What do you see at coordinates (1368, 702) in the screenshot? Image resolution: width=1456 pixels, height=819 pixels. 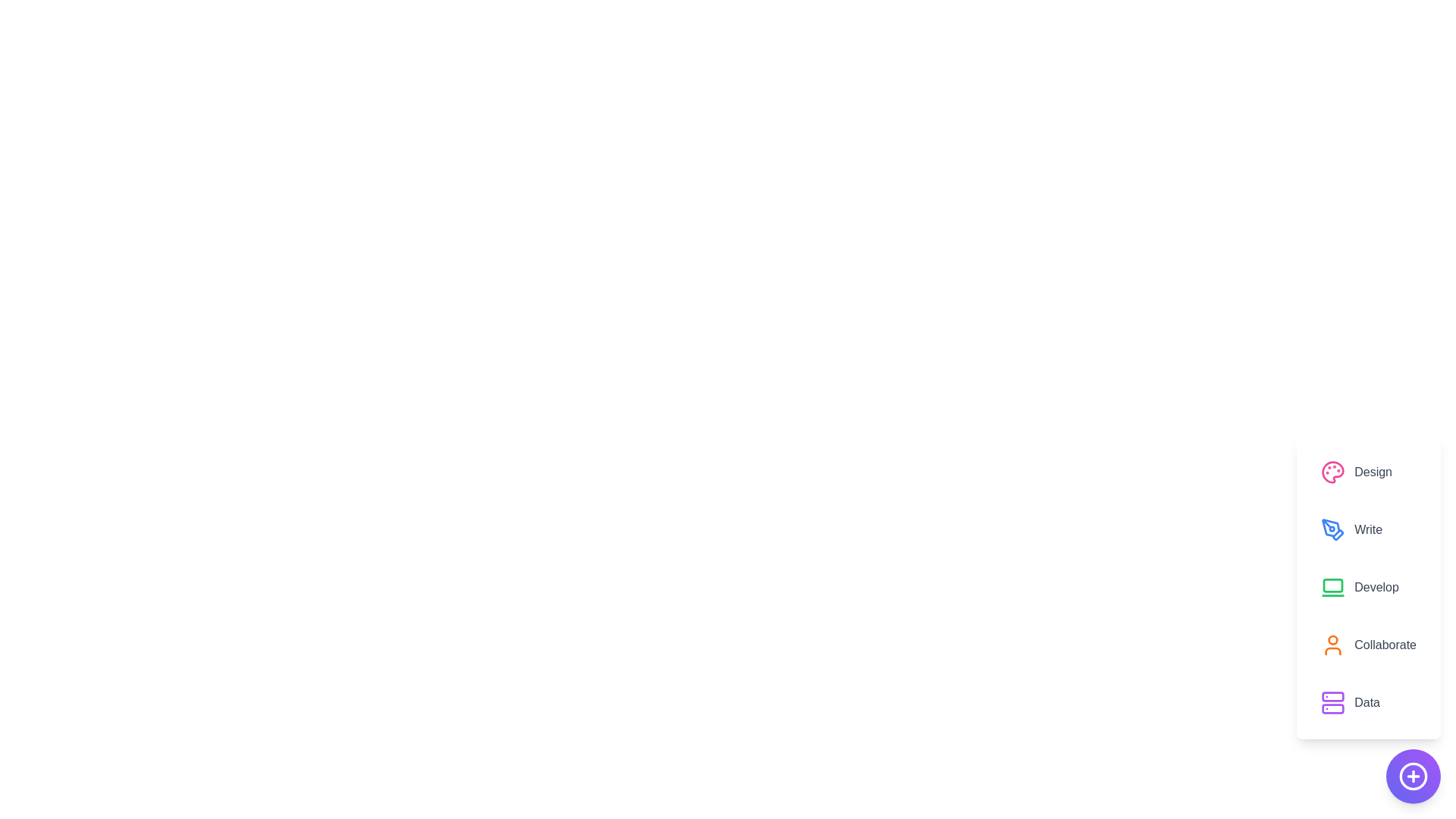 I see `the option labeled Data to preview its effect` at bounding box center [1368, 702].